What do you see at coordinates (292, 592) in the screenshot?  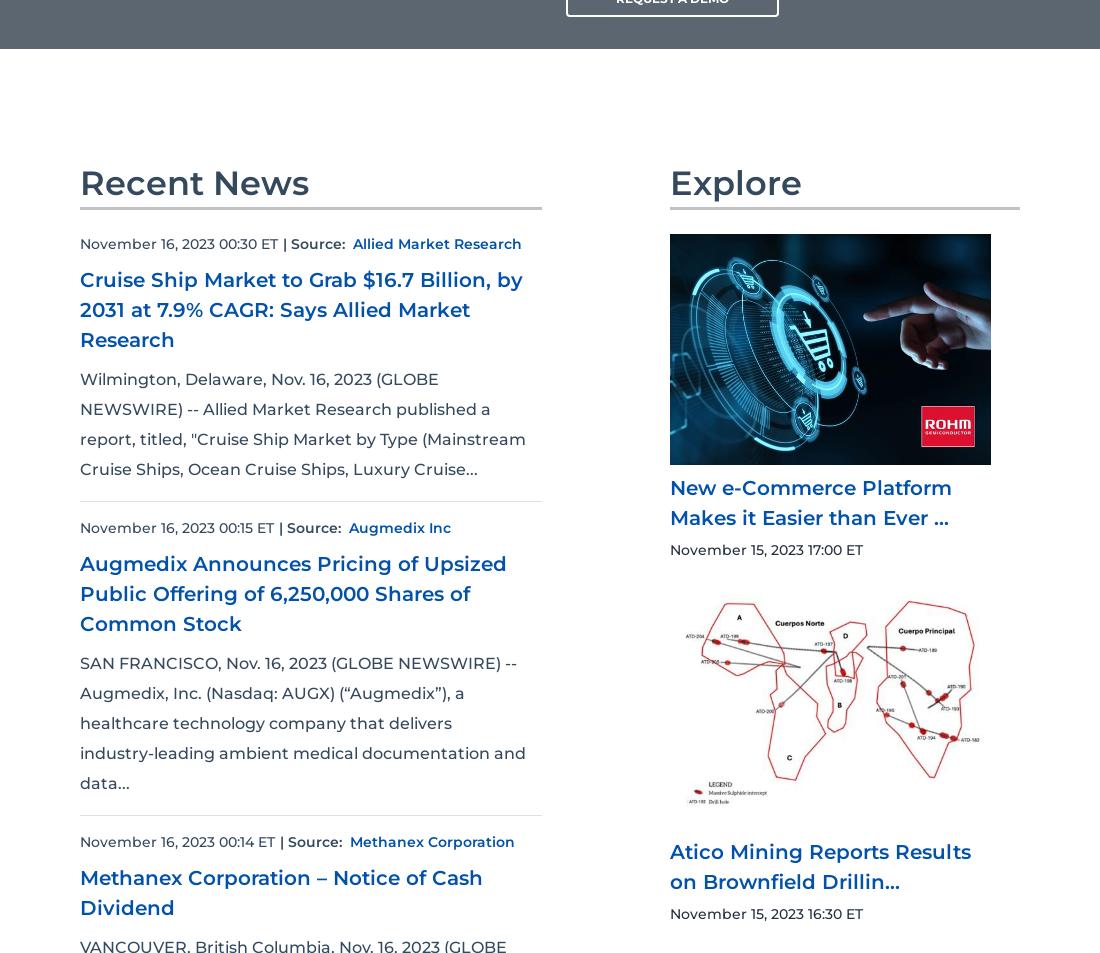 I see `'Augmedix Announces Pricing of Upsized Public Offering of 6,250,000 Shares of Common Stock'` at bounding box center [292, 592].